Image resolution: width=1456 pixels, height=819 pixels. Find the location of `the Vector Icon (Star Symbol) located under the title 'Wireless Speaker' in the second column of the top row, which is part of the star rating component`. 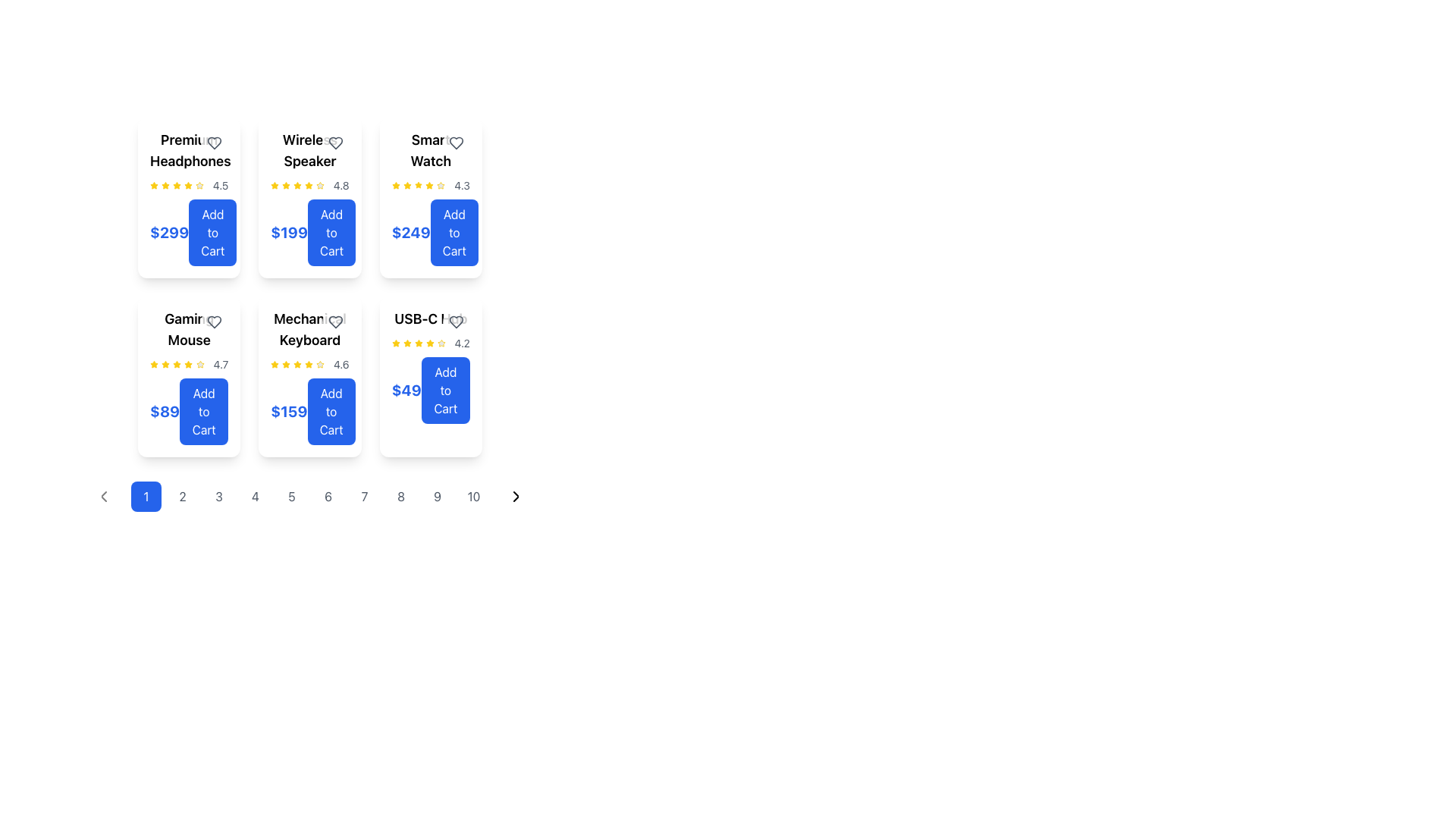

the Vector Icon (Star Symbol) located under the title 'Wireless Speaker' in the second column of the top row, which is part of the star rating component is located at coordinates (319, 184).